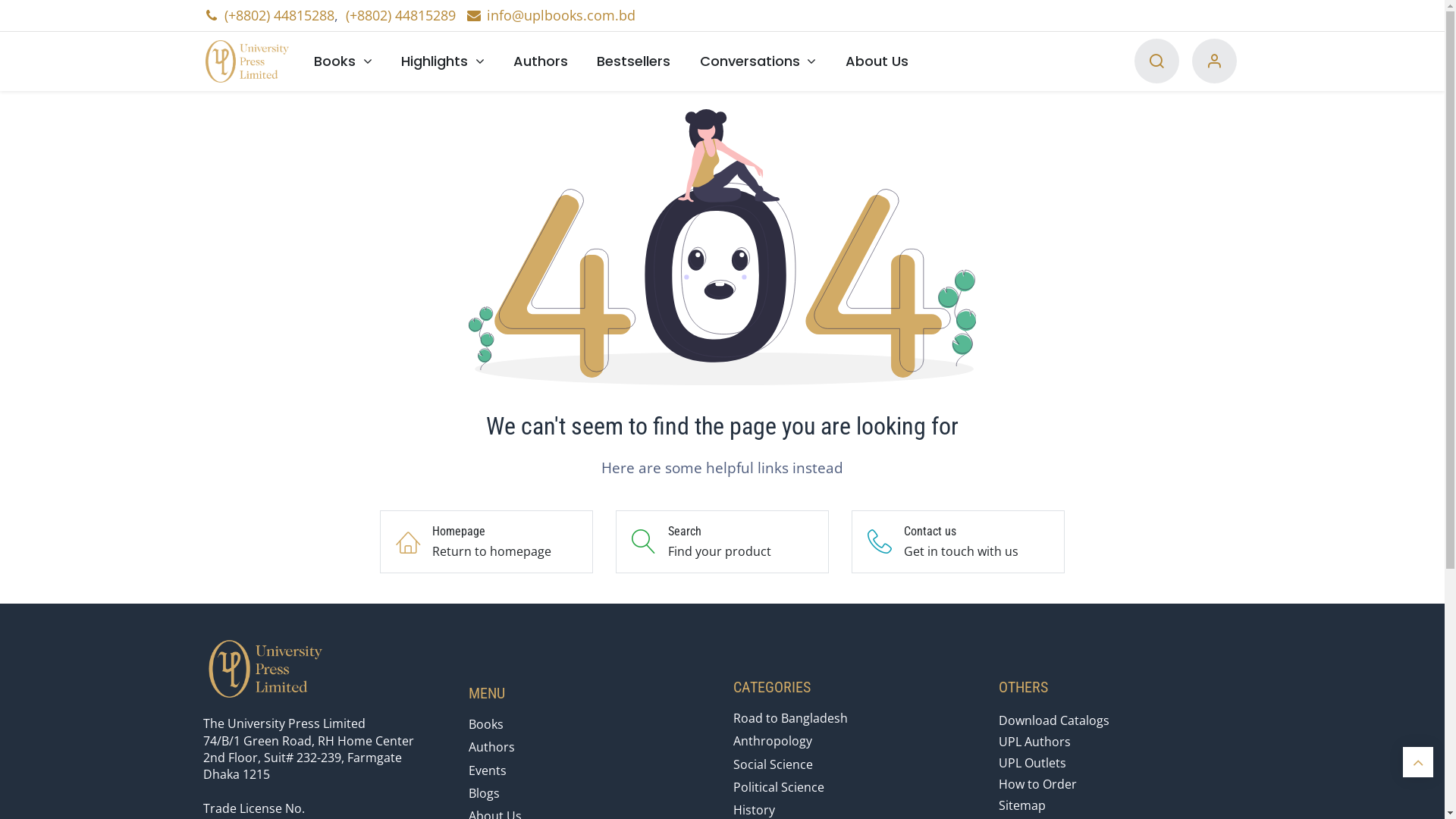 This screenshot has height=819, width=1456. Describe the element at coordinates (773, 764) in the screenshot. I see `'Social Science'` at that location.